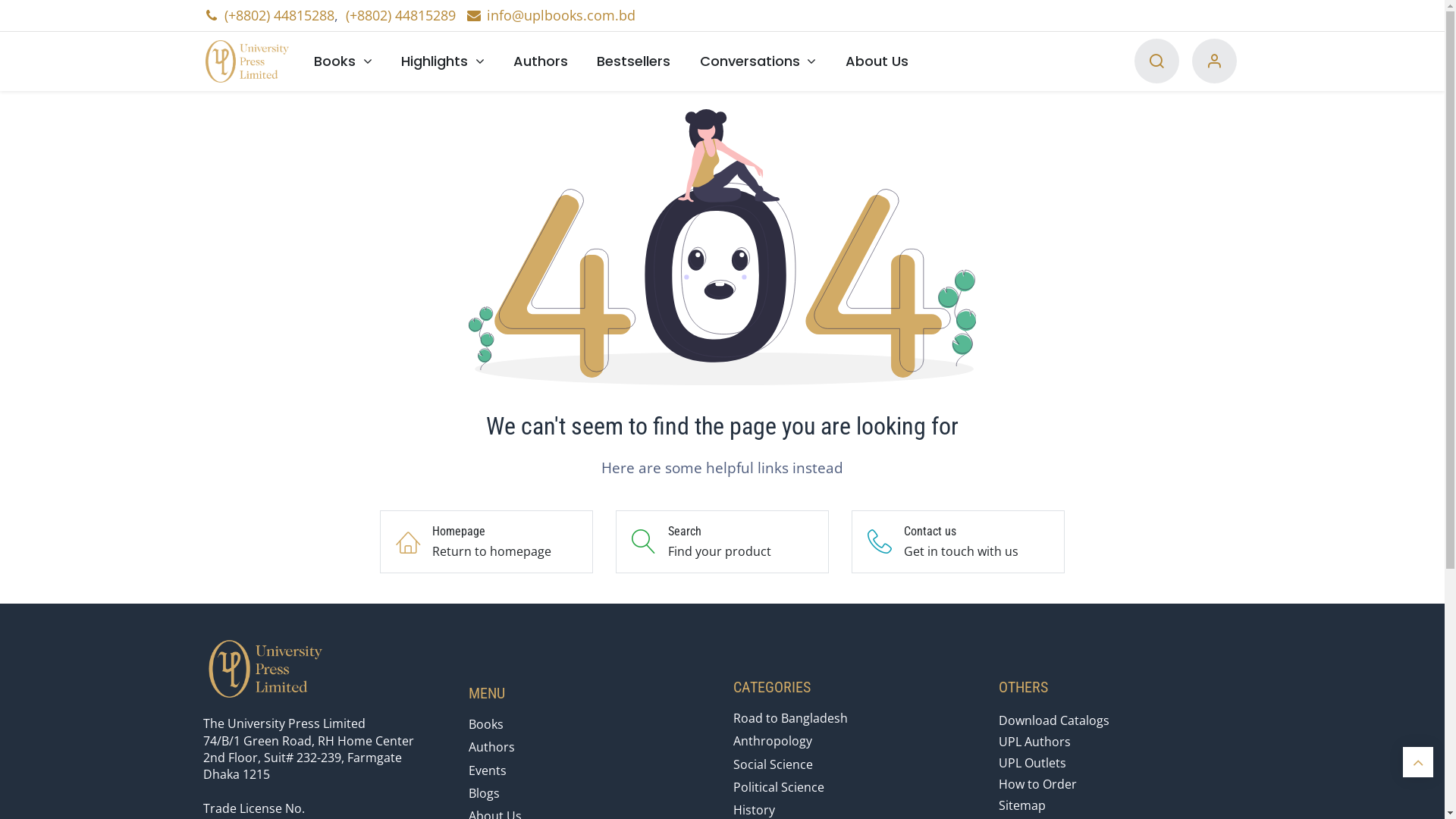 This screenshot has height=819, width=1456. Describe the element at coordinates (773, 764) in the screenshot. I see `'Social Science'` at that location.